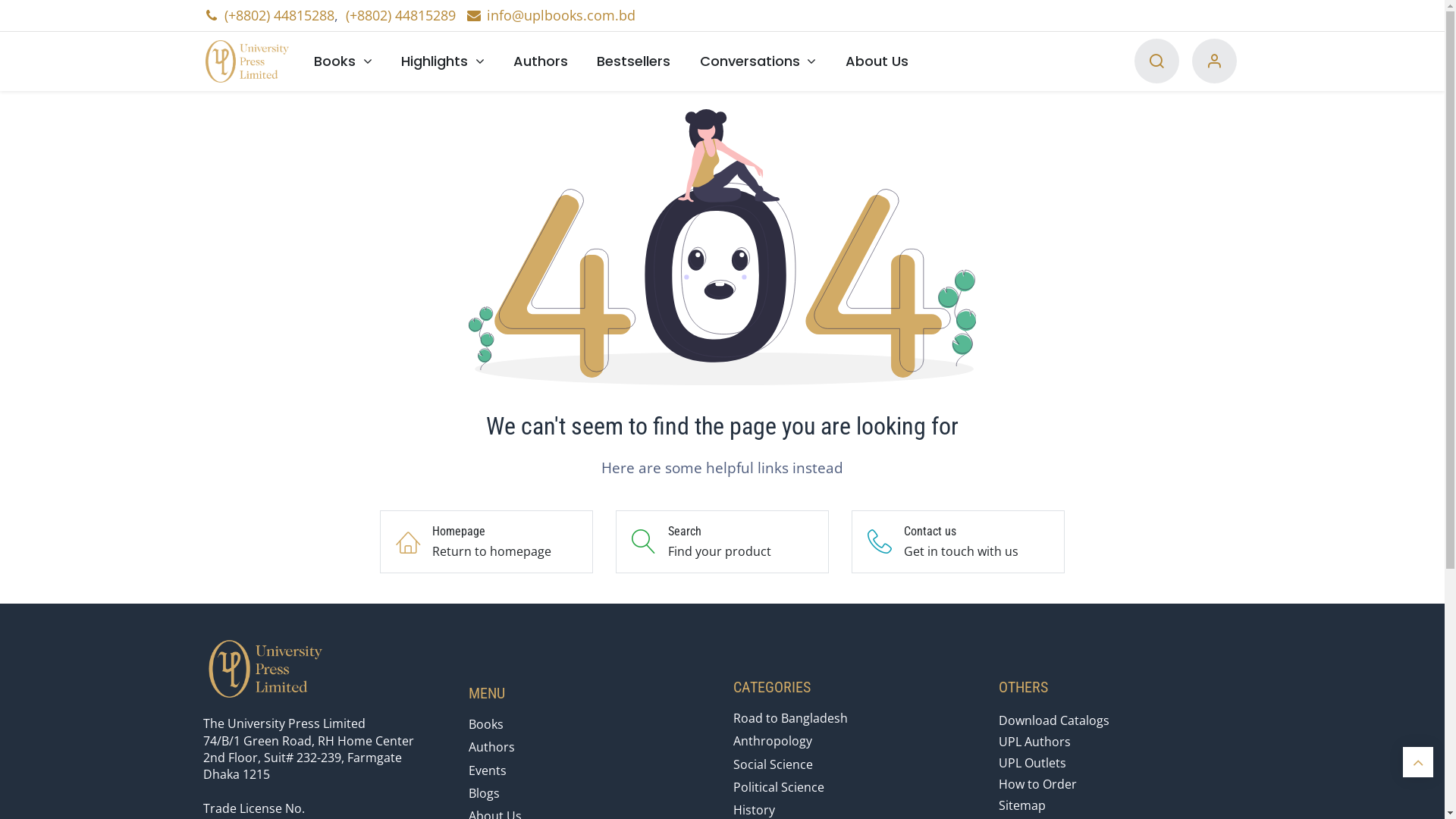 This screenshot has height=819, width=1456. Describe the element at coordinates (773, 764) in the screenshot. I see `'Social Science'` at that location.